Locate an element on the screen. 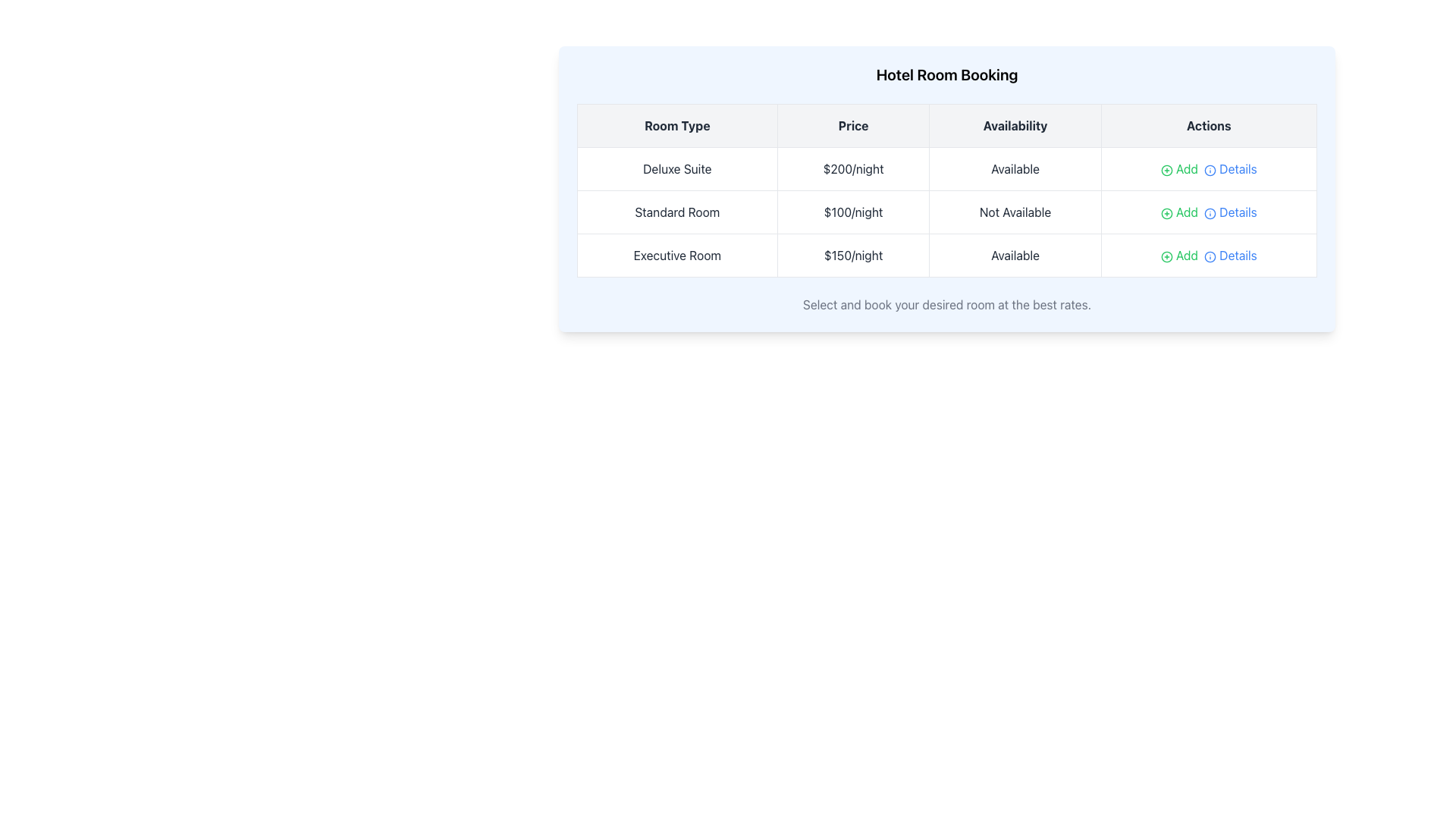  the green circular '+' button in the 'Actions' column for the 'Executive Room' entry in the table is located at coordinates (1166, 256).